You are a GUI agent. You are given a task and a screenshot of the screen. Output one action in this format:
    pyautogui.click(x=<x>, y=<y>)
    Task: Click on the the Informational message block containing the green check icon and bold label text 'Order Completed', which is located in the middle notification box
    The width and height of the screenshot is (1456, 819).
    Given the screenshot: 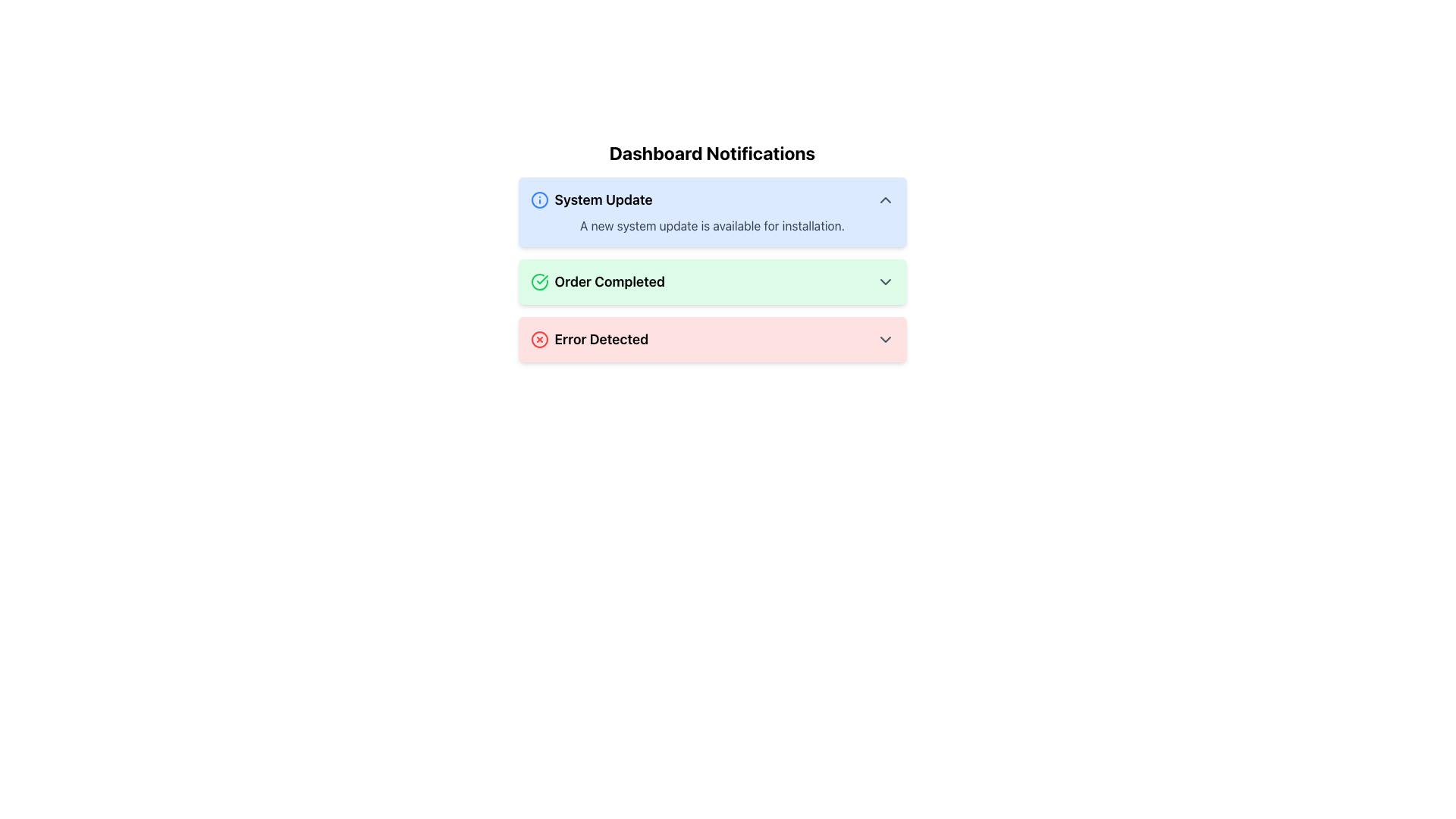 What is the action you would take?
    pyautogui.click(x=597, y=281)
    